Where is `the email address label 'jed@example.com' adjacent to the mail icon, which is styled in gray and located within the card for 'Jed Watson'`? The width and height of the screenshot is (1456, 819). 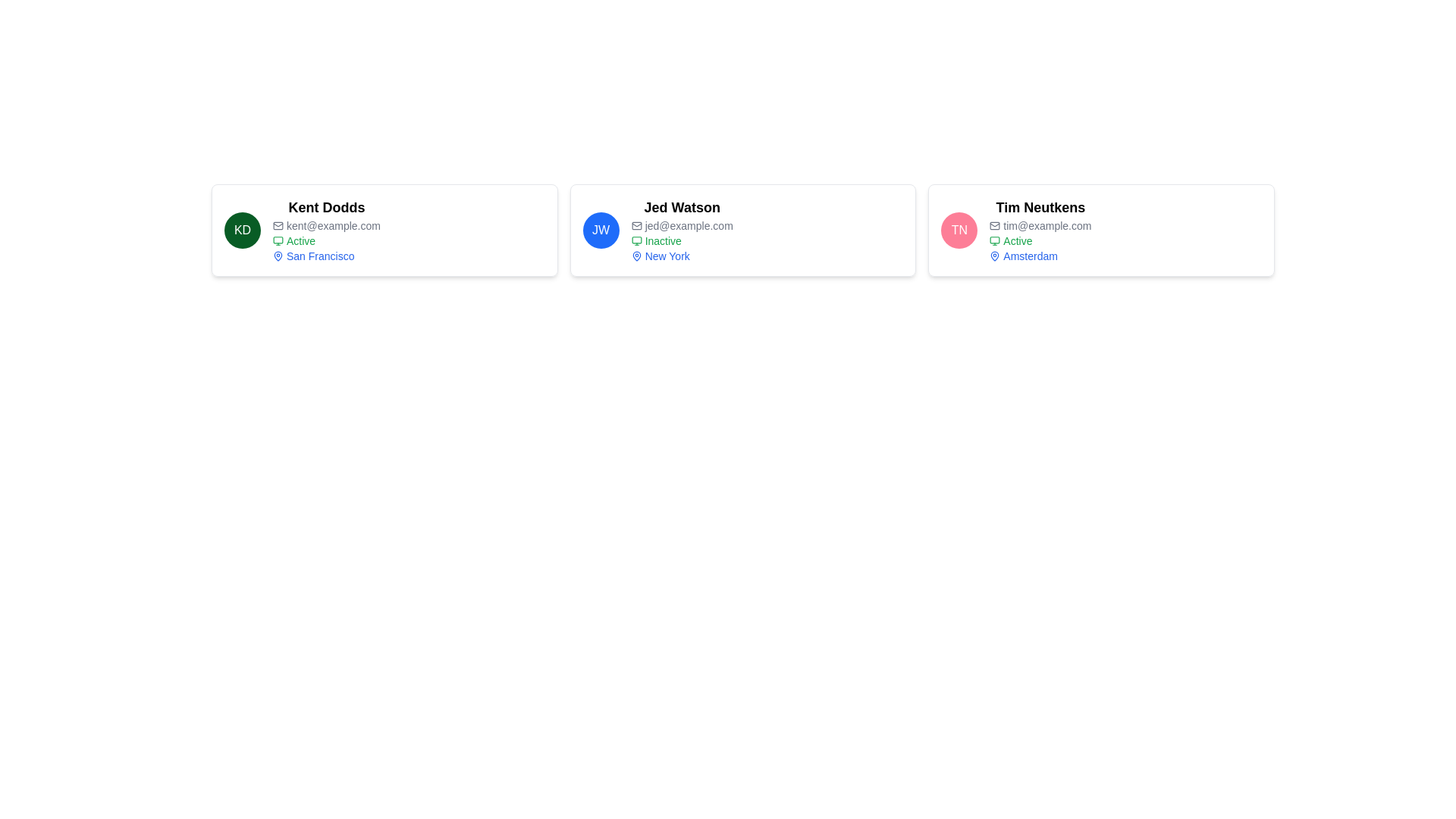
the email address label 'jed@example.com' adjacent to the mail icon, which is styled in gray and located within the card for 'Jed Watson' is located at coordinates (681, 225).